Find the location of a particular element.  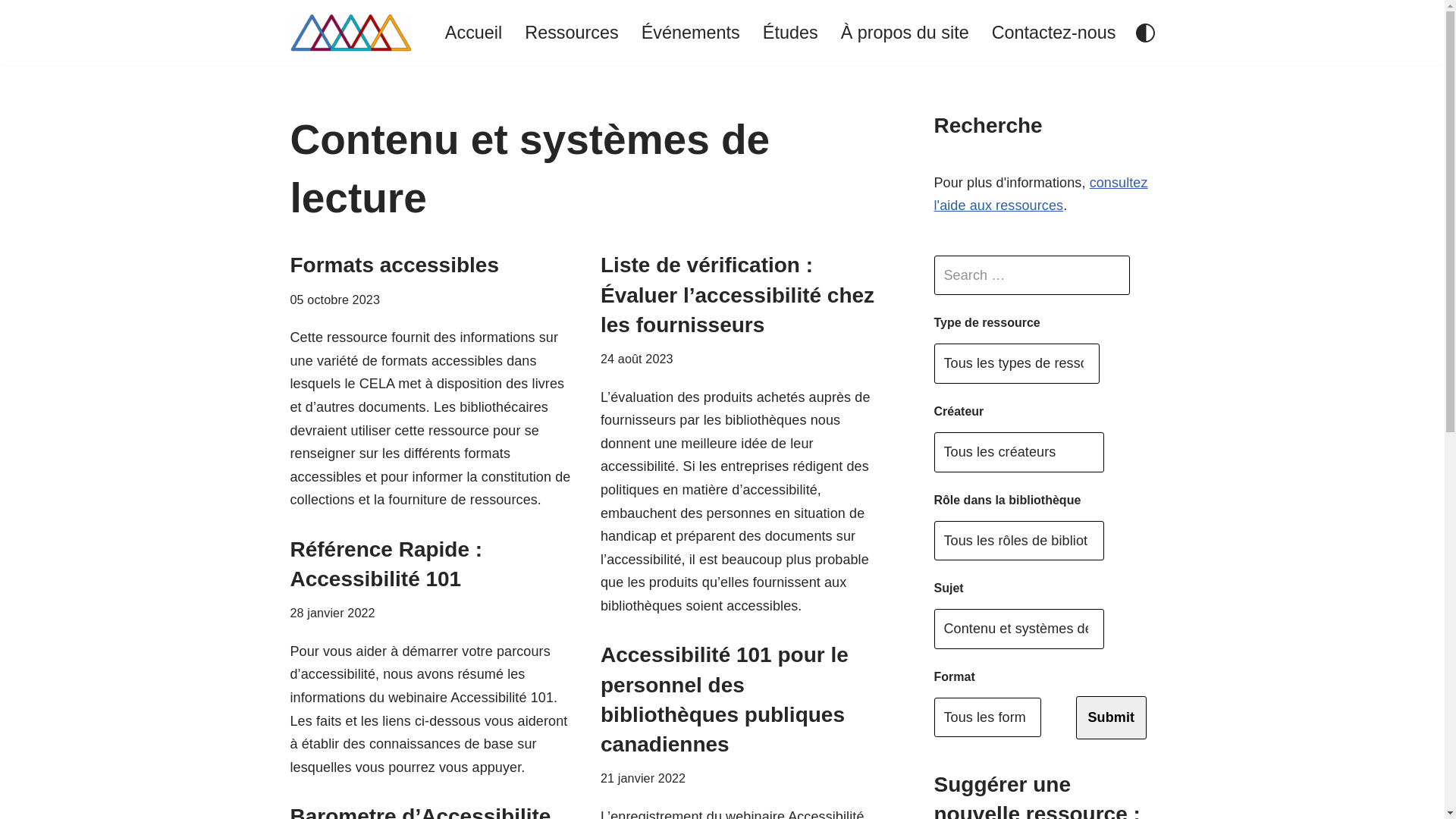

'Aller au contenu' is located at coordinates (0, 32).